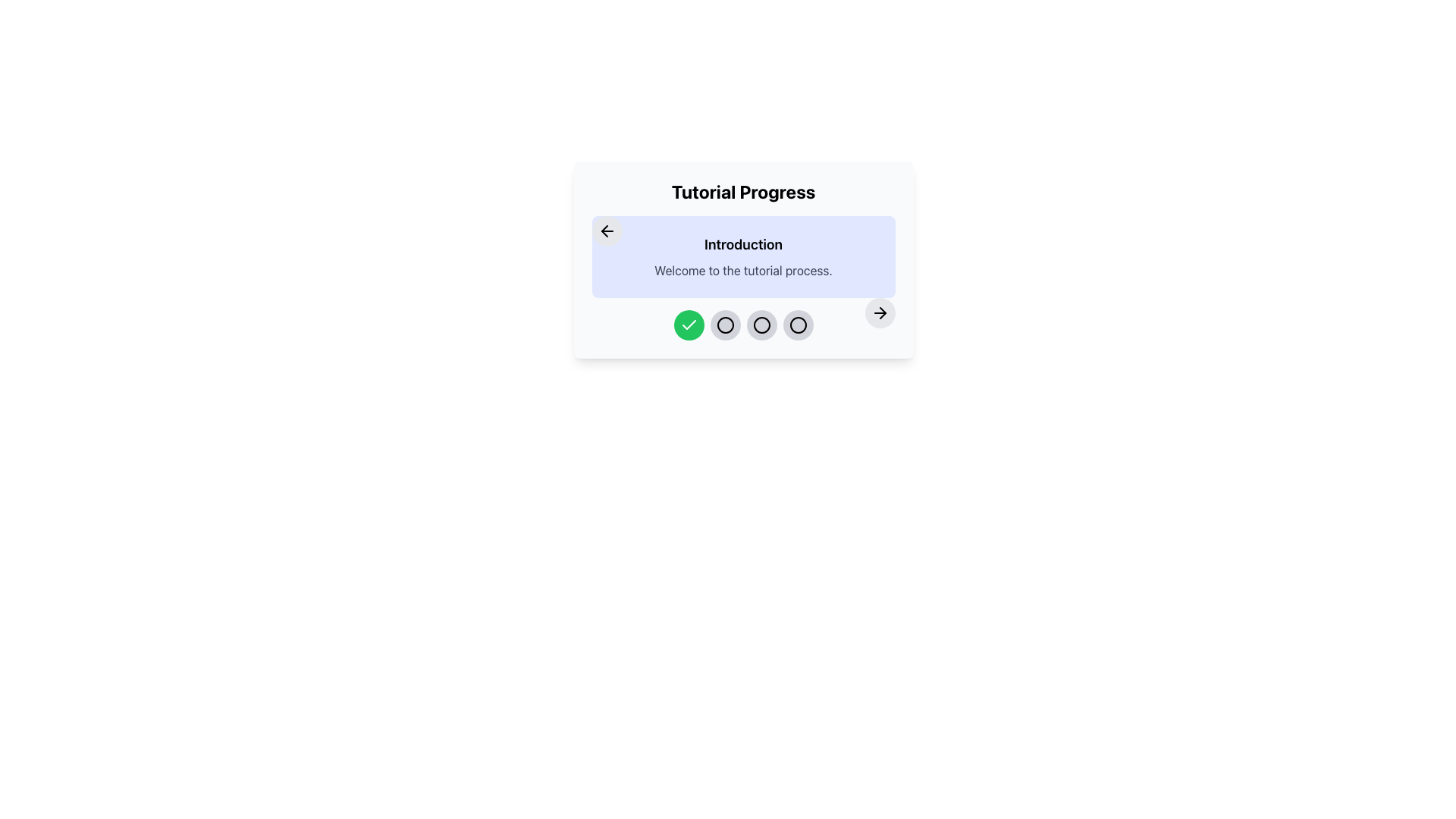  What do you see at coordinates (797, 324) in the screenshot?
I see `the third circle SVG graphical element located at the bottom of the interface` at bounding box center [797, 324].